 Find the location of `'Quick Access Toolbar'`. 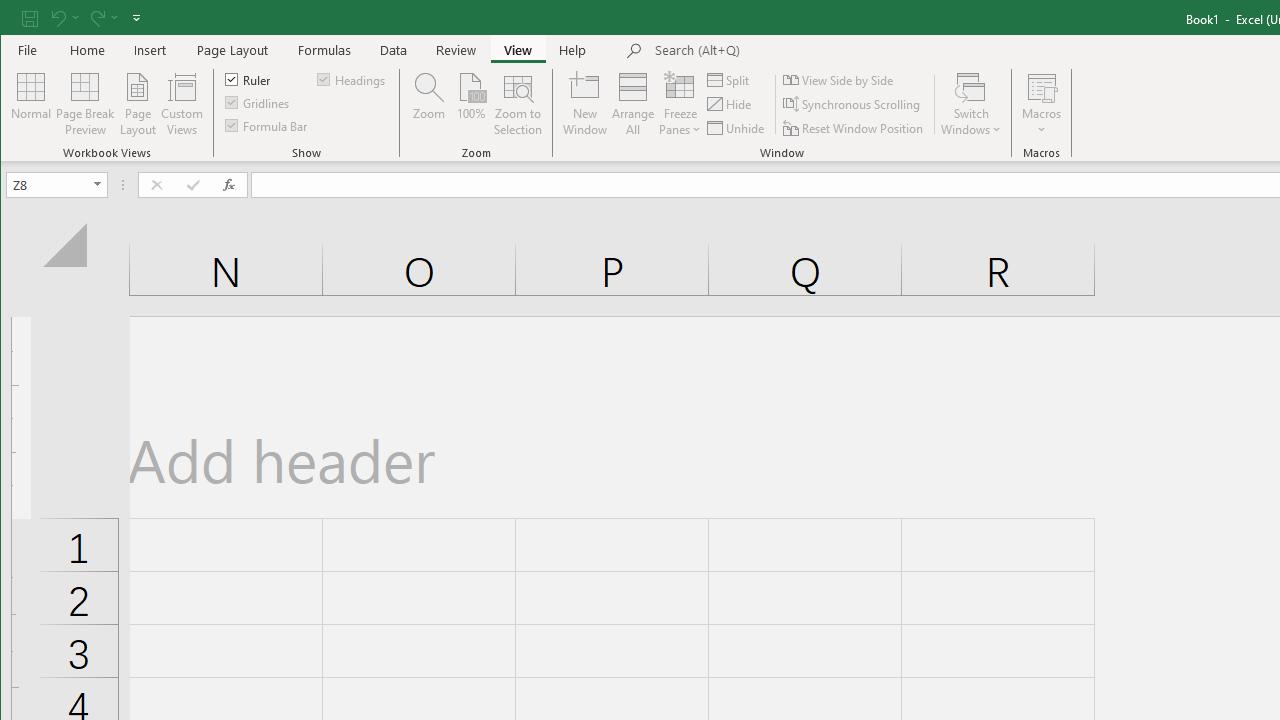

'Quick Access Toolbar' is located at coordinates (82, 18).